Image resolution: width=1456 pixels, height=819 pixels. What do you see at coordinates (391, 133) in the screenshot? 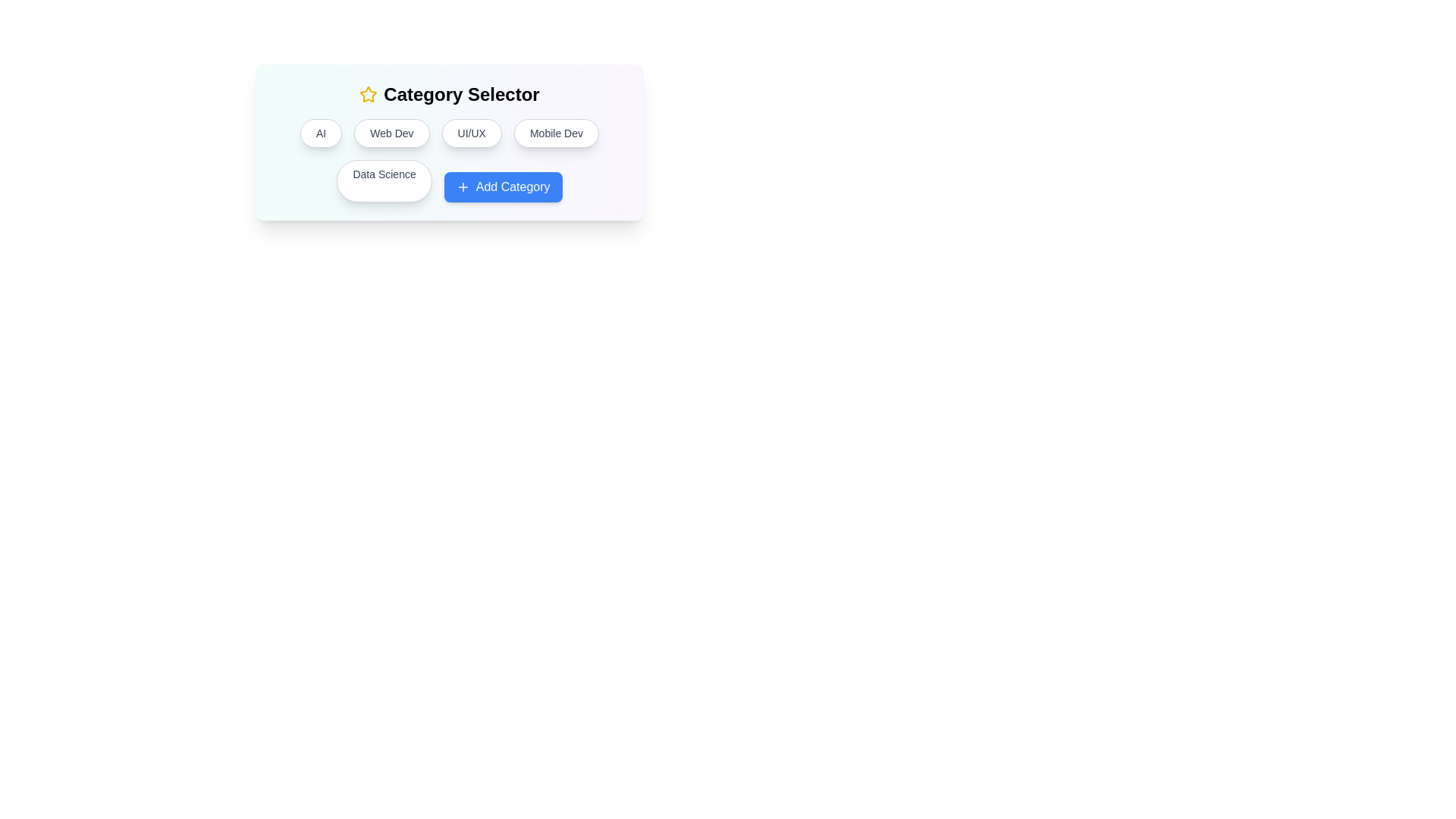
I see `the category button labeled 'Web Dev'` at bounding box center [391, 133].